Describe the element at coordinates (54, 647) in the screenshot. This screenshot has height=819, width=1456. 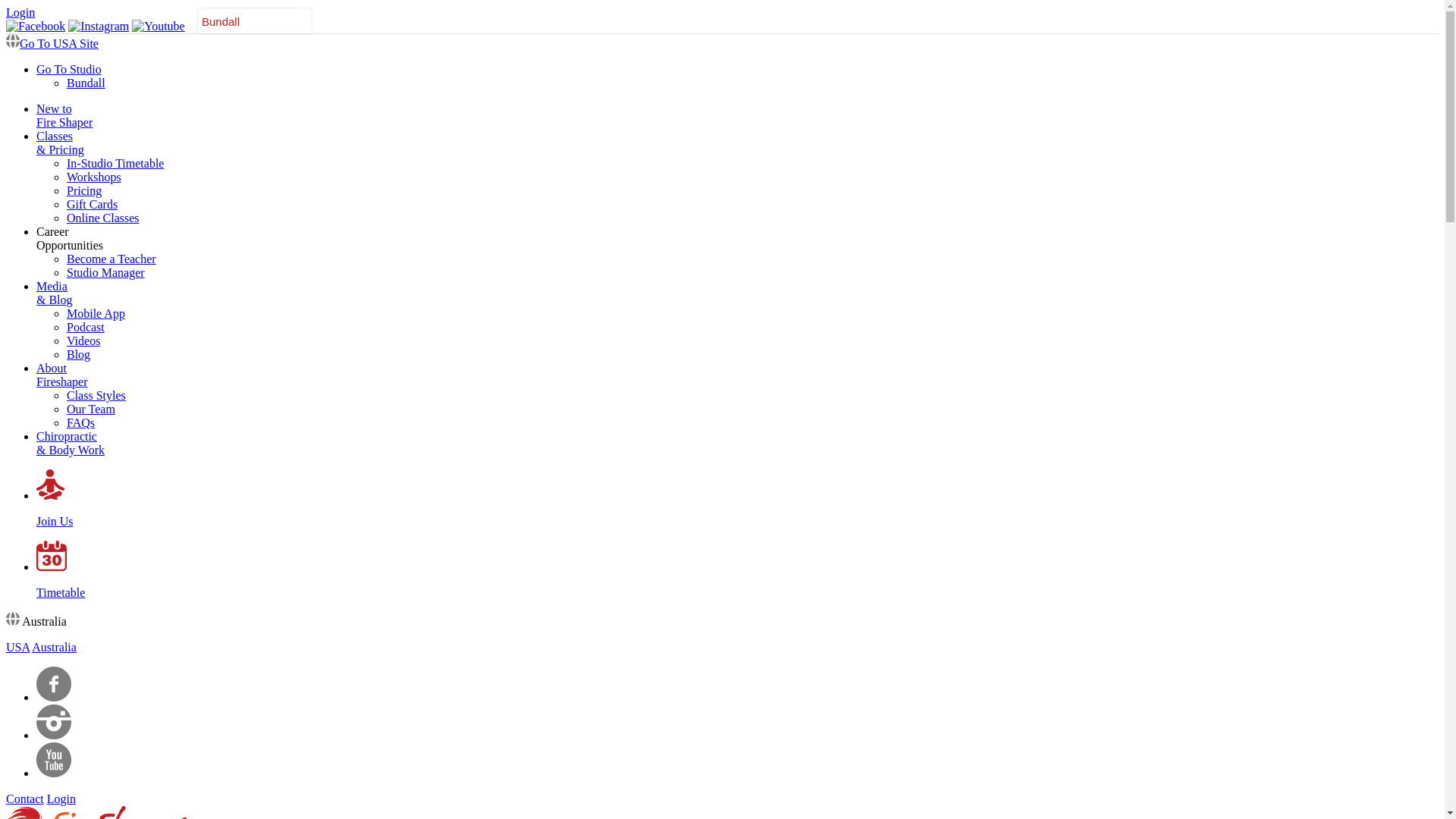
I see `'Australia'` at that location.